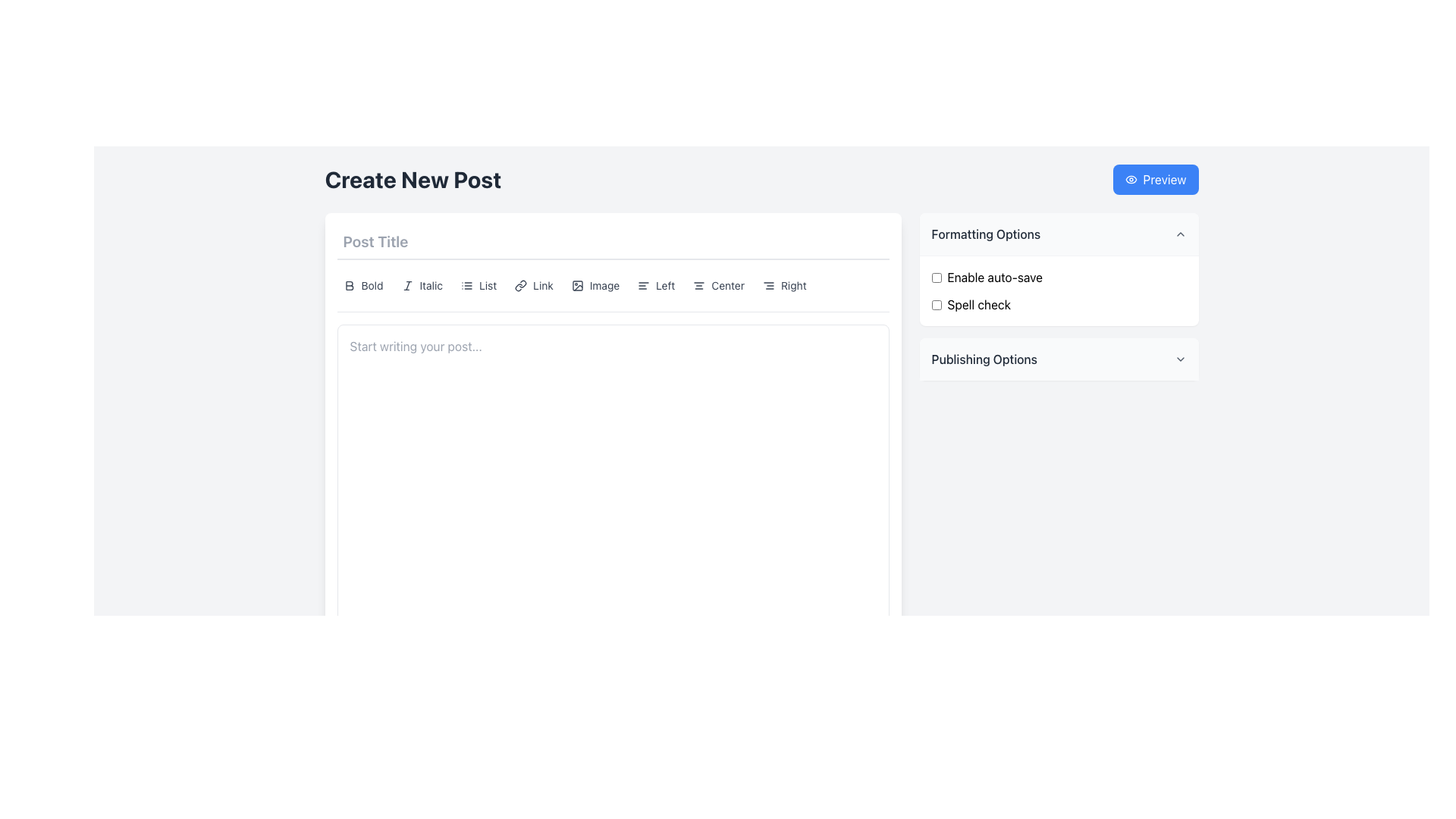  What do you see at coordinates (362, 286) in the screenshot?
I see `the bold styling button located directly below the 'Post Title' heading in the 'Create New Post' interface` at bounding box center [362, 286].